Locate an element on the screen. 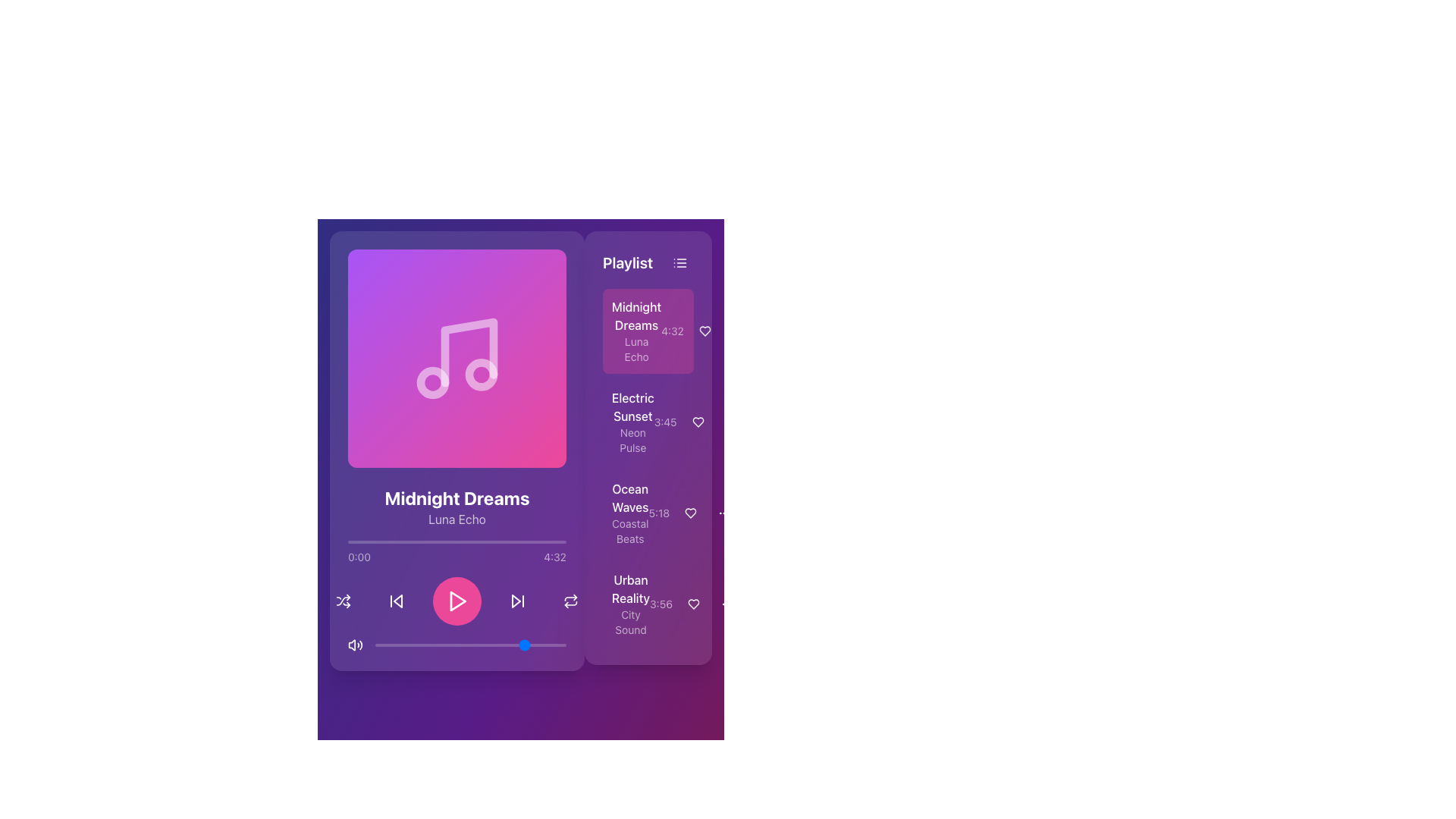 Image resolution: width=1456 pixels, height=819 pixels. the heart icon located on the right side of the 'Midnight Dreams' song entry is located at coordinates (704, 330).